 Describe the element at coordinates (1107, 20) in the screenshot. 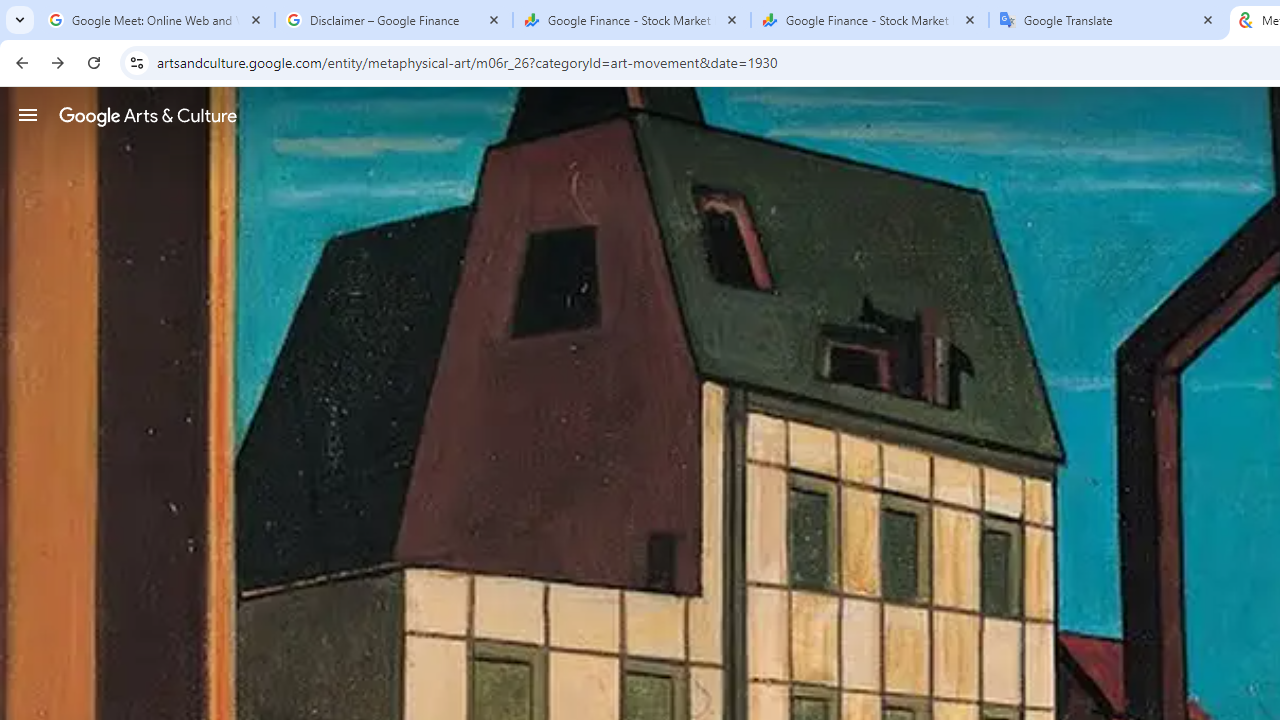

I see `'Google Translate'` at that location.